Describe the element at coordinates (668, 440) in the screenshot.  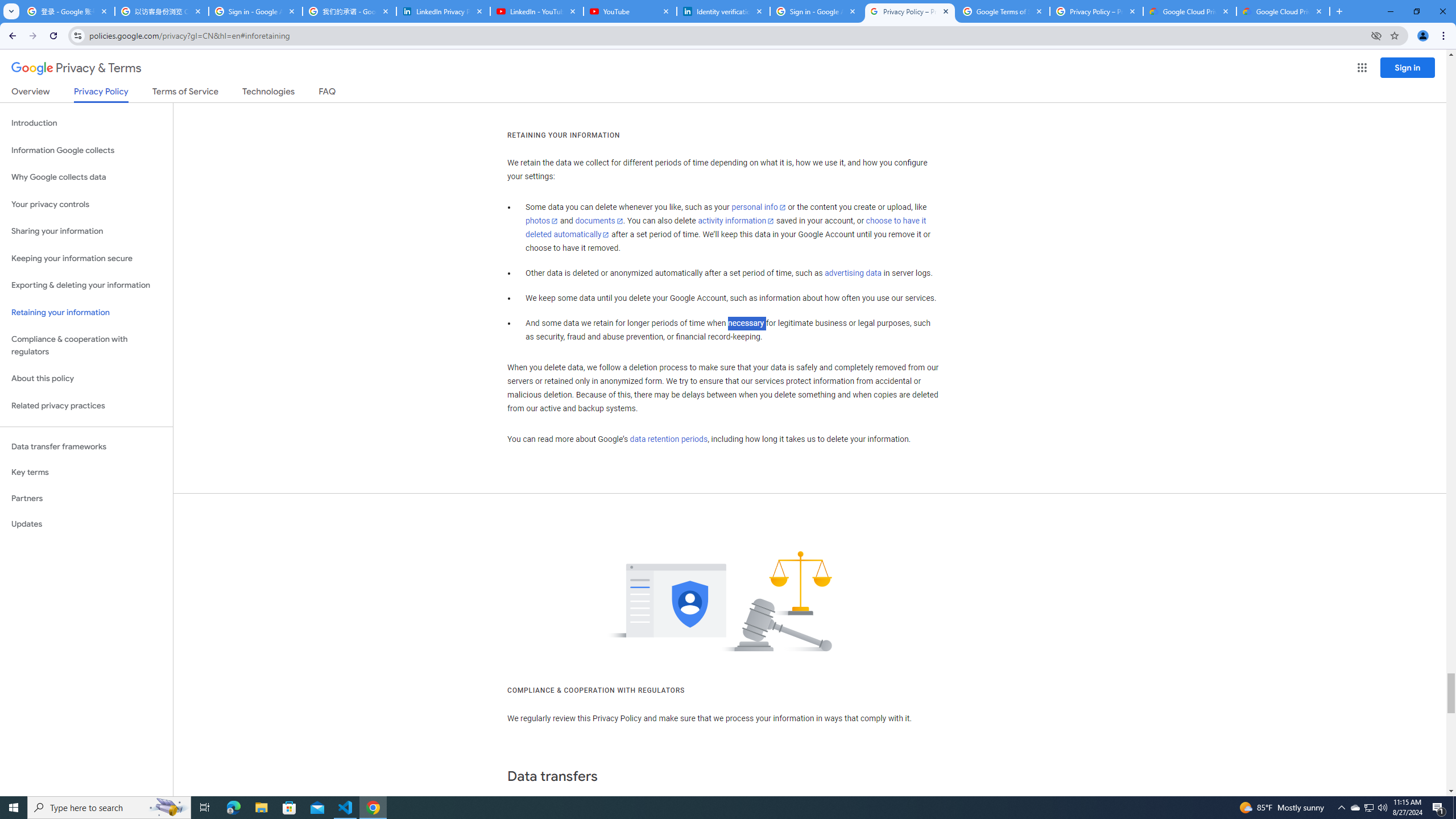
I see `'data retention periods'` at that location.